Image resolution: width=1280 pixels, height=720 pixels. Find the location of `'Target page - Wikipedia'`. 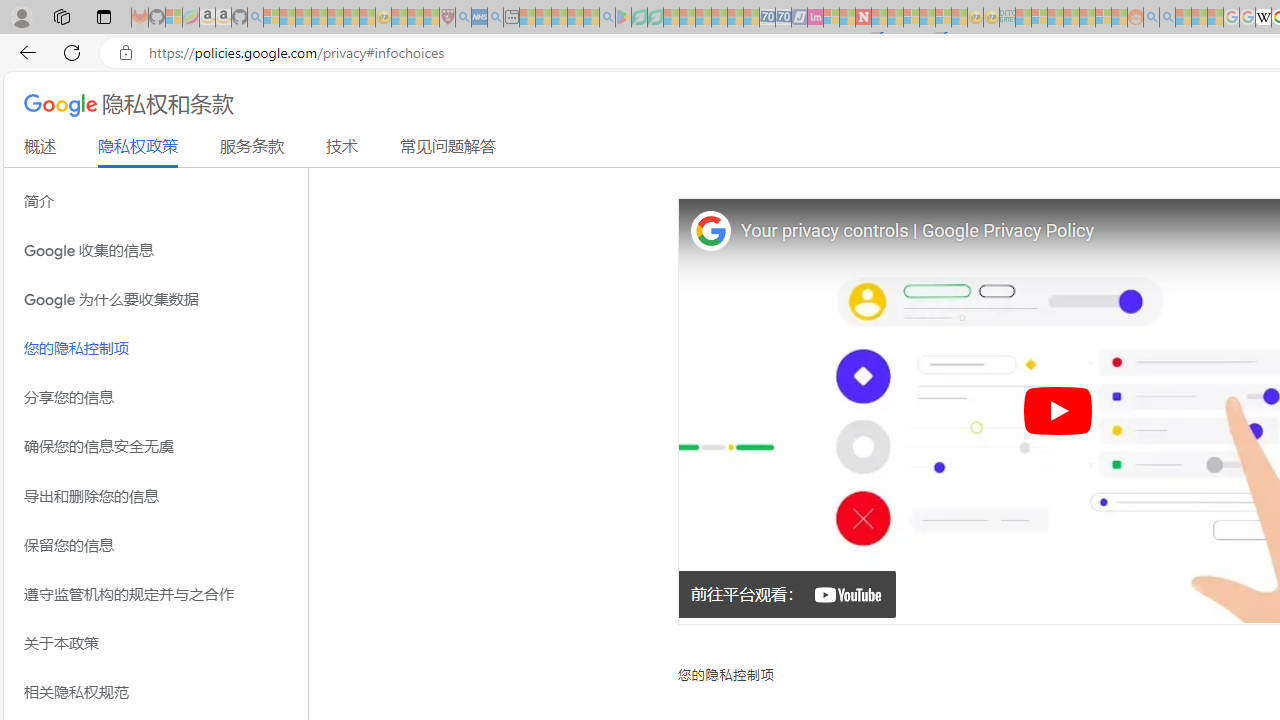

'Target page - Wikipedia' is located at coordinates (1262, 17).